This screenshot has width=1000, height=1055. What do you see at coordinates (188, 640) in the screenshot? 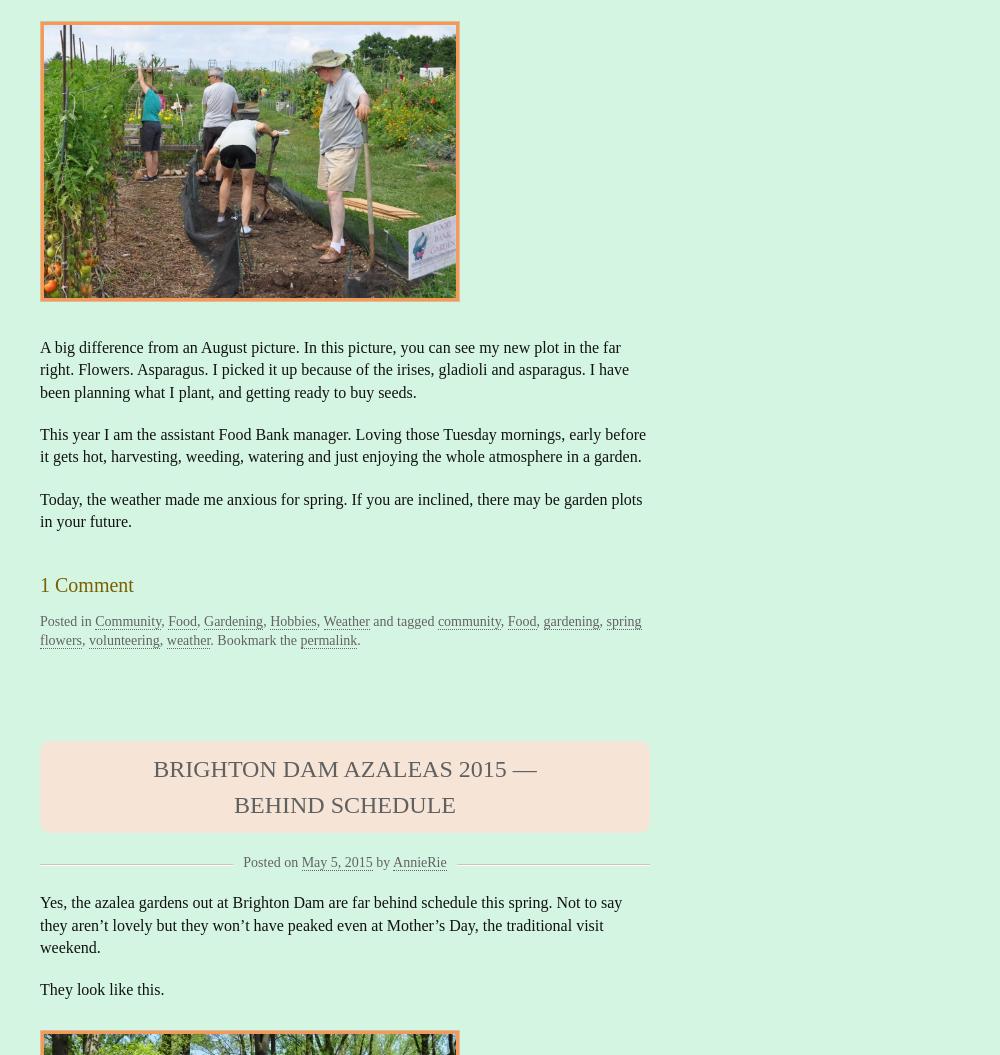
I see `'weather'` at bounding box center [188, 640].